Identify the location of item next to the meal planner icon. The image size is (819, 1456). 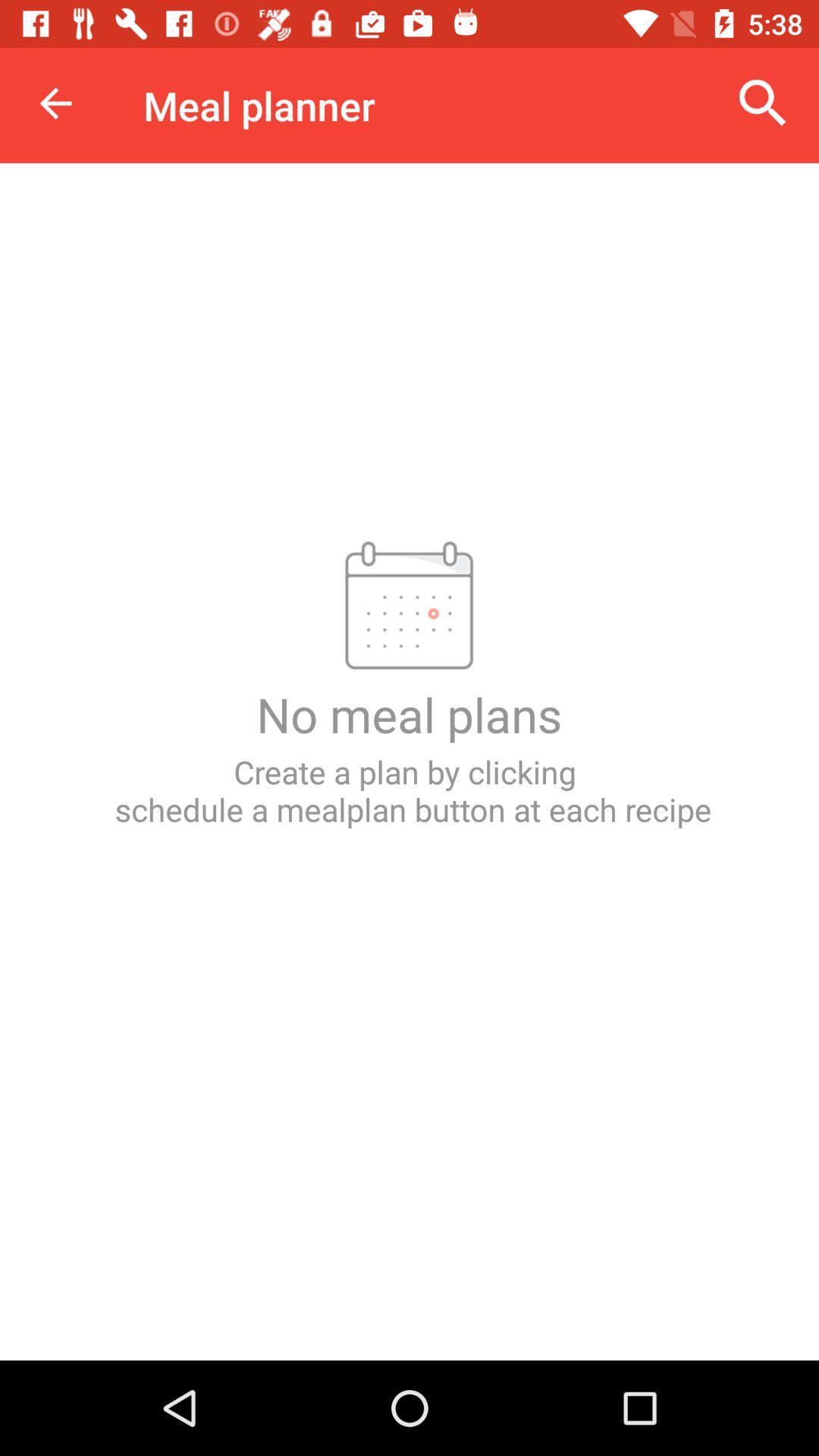
(763, 102).